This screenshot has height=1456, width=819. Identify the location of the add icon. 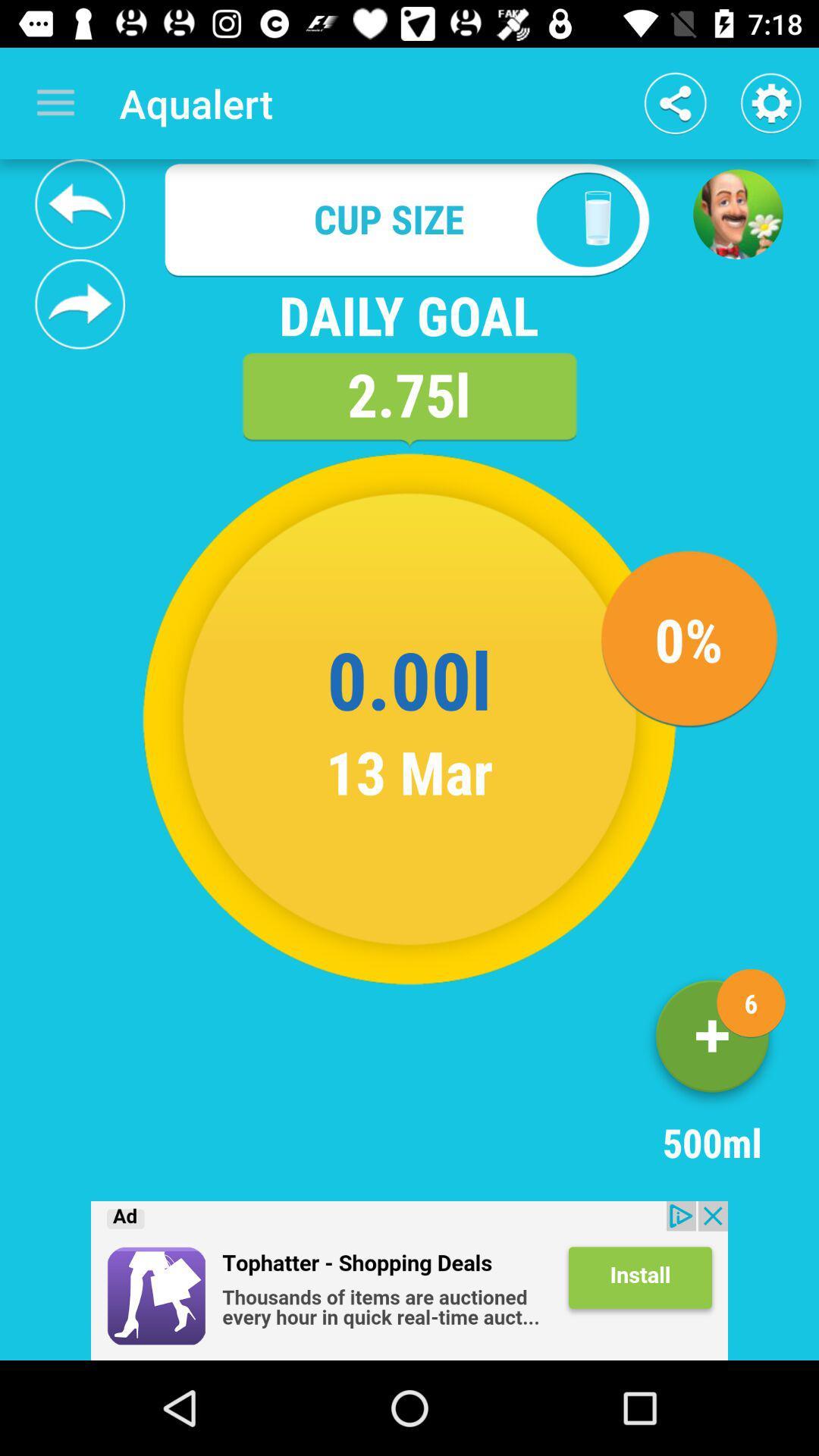
(712, 1041).